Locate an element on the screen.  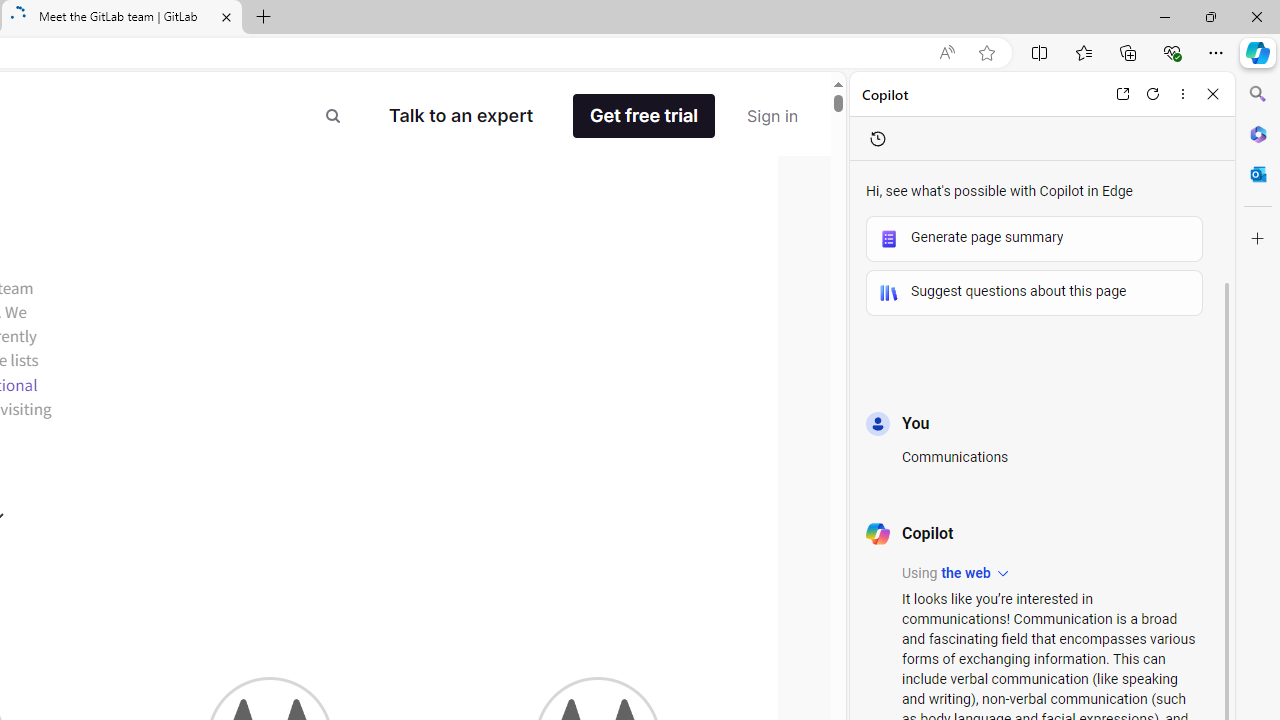
'Get free trial' is located at coordinates (658, 116).